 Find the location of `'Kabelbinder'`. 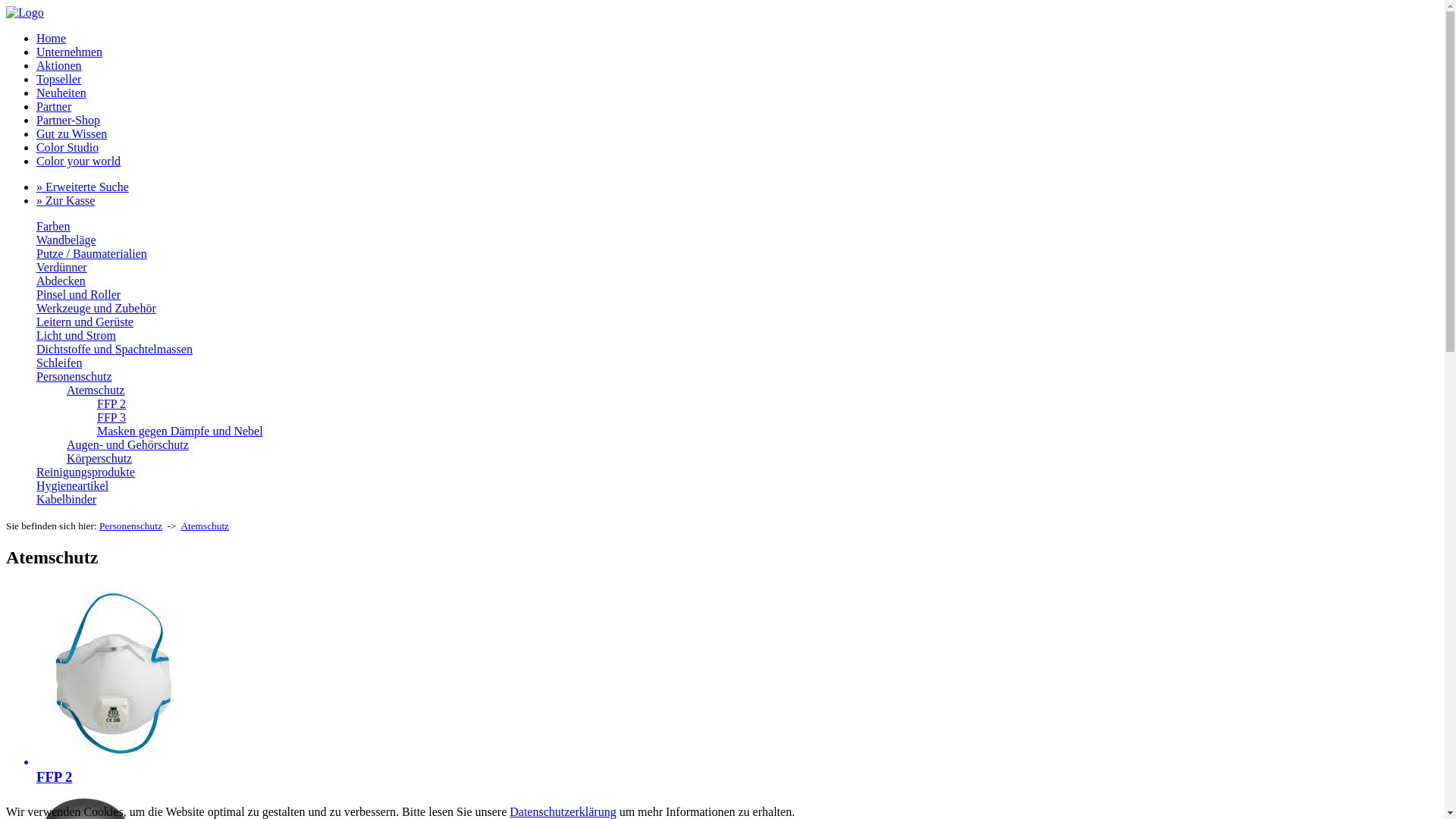

'Kabelbinder' is located at coordinates (65, 499).